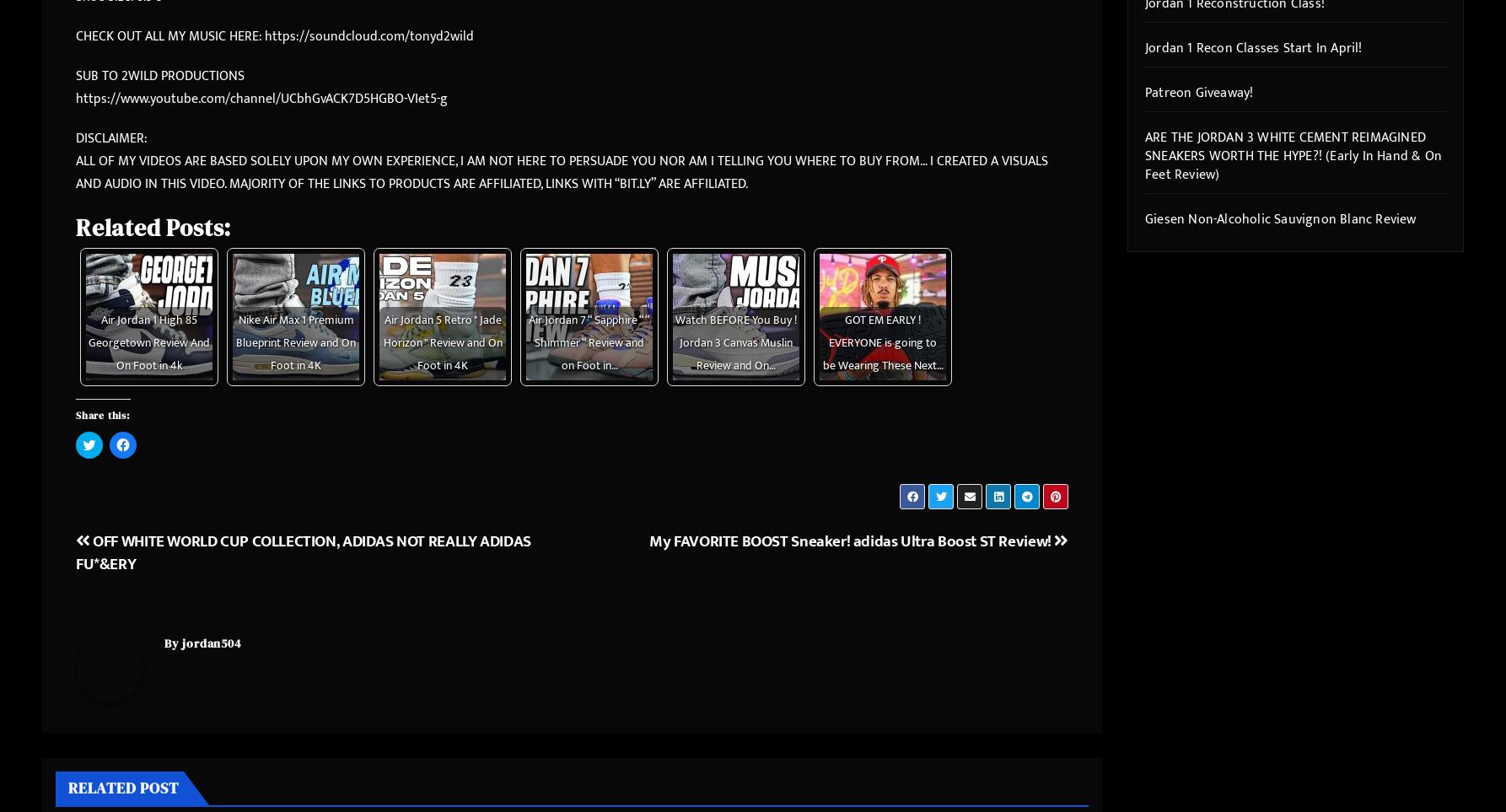 The image size is (1506, 812). What do you see at coordinates (851, 540) in the screenshot?
I see `'My FAVORITE BOOST Sneaker! adidas Ultra Boost ST Review!'` at bounding box center [851, 540].